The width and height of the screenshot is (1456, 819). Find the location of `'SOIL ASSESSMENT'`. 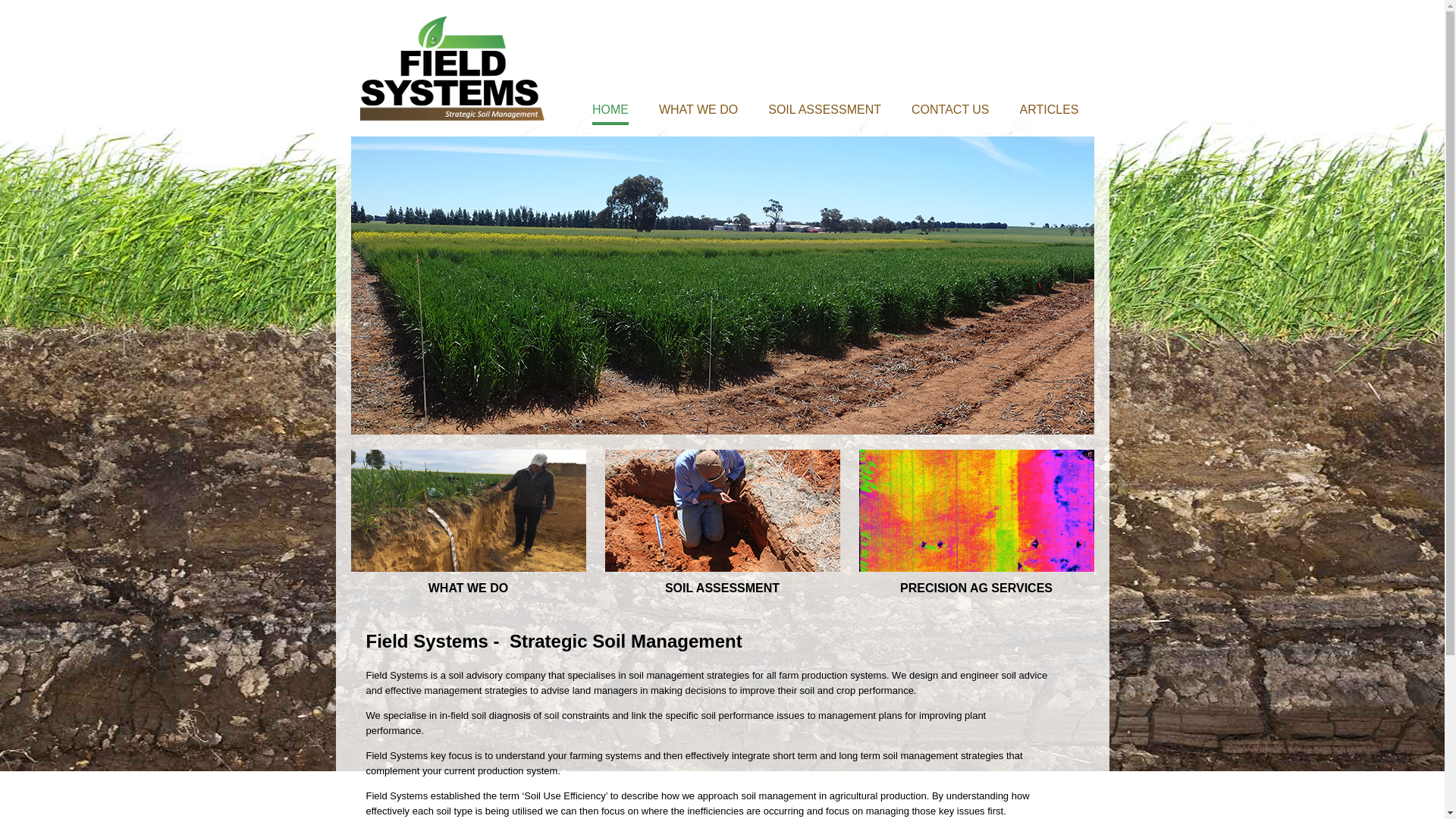

'SOIL ASSESSMENT' is located at coordinates (722, 587).